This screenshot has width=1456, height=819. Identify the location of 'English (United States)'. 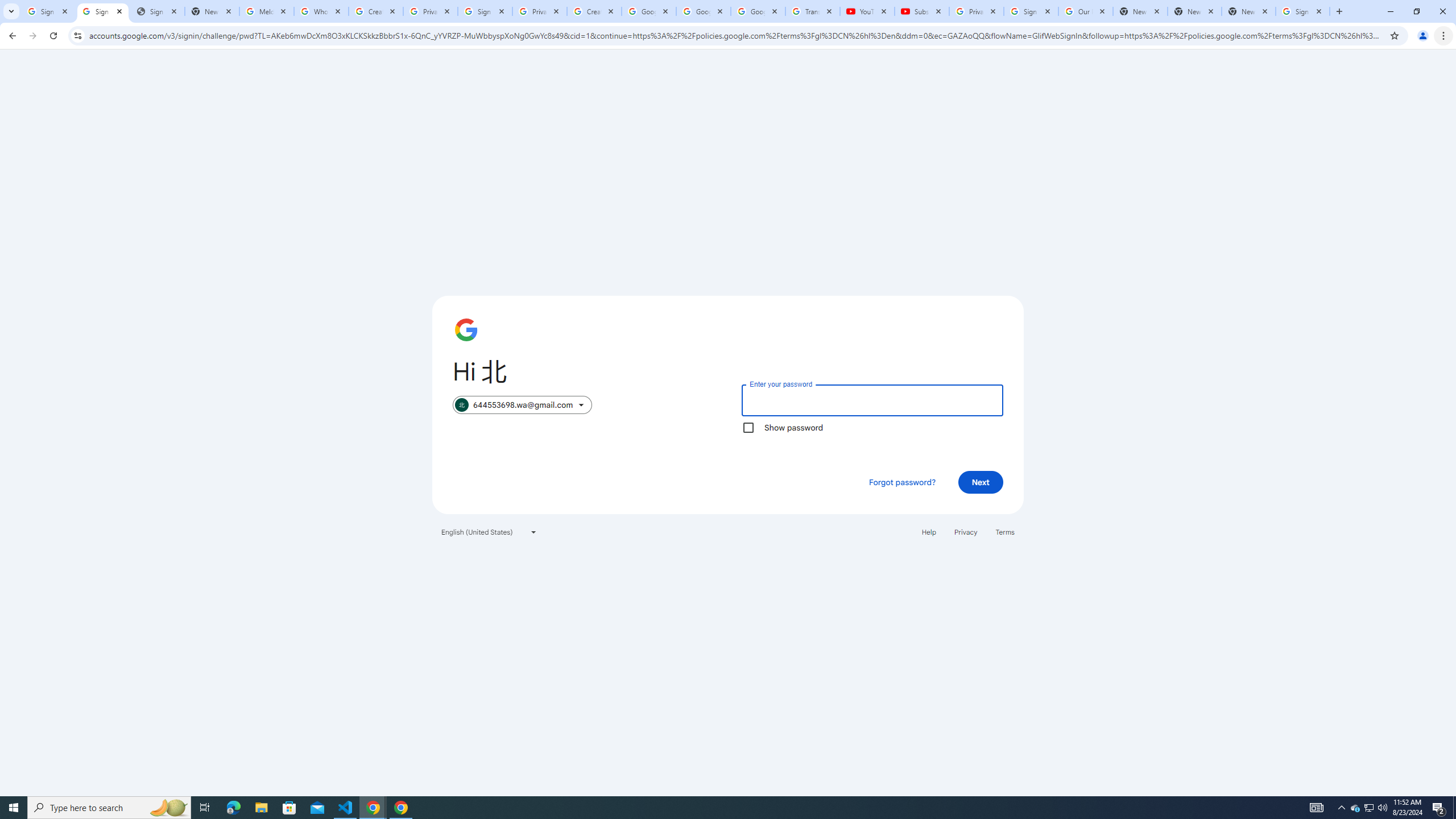
(489, 531).